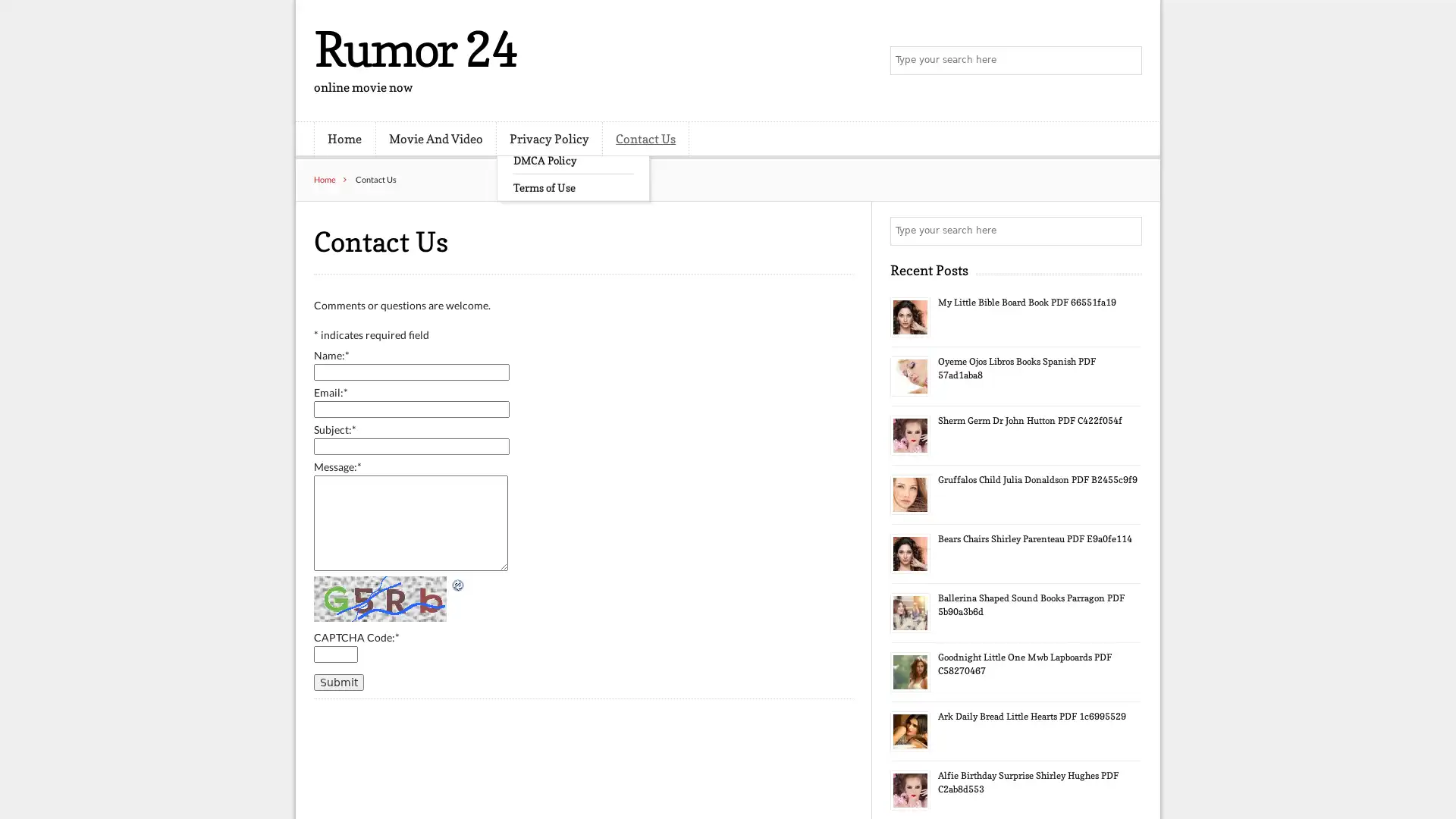  Describe the element at coordinates (337, 680) in the screenshot. I see `Submit` at that location.